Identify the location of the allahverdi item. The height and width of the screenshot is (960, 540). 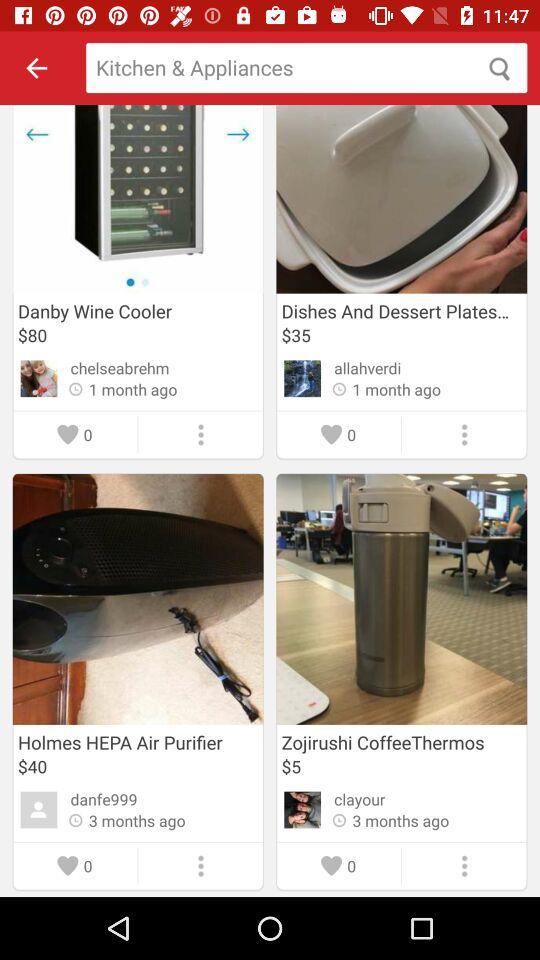
(366, 367).